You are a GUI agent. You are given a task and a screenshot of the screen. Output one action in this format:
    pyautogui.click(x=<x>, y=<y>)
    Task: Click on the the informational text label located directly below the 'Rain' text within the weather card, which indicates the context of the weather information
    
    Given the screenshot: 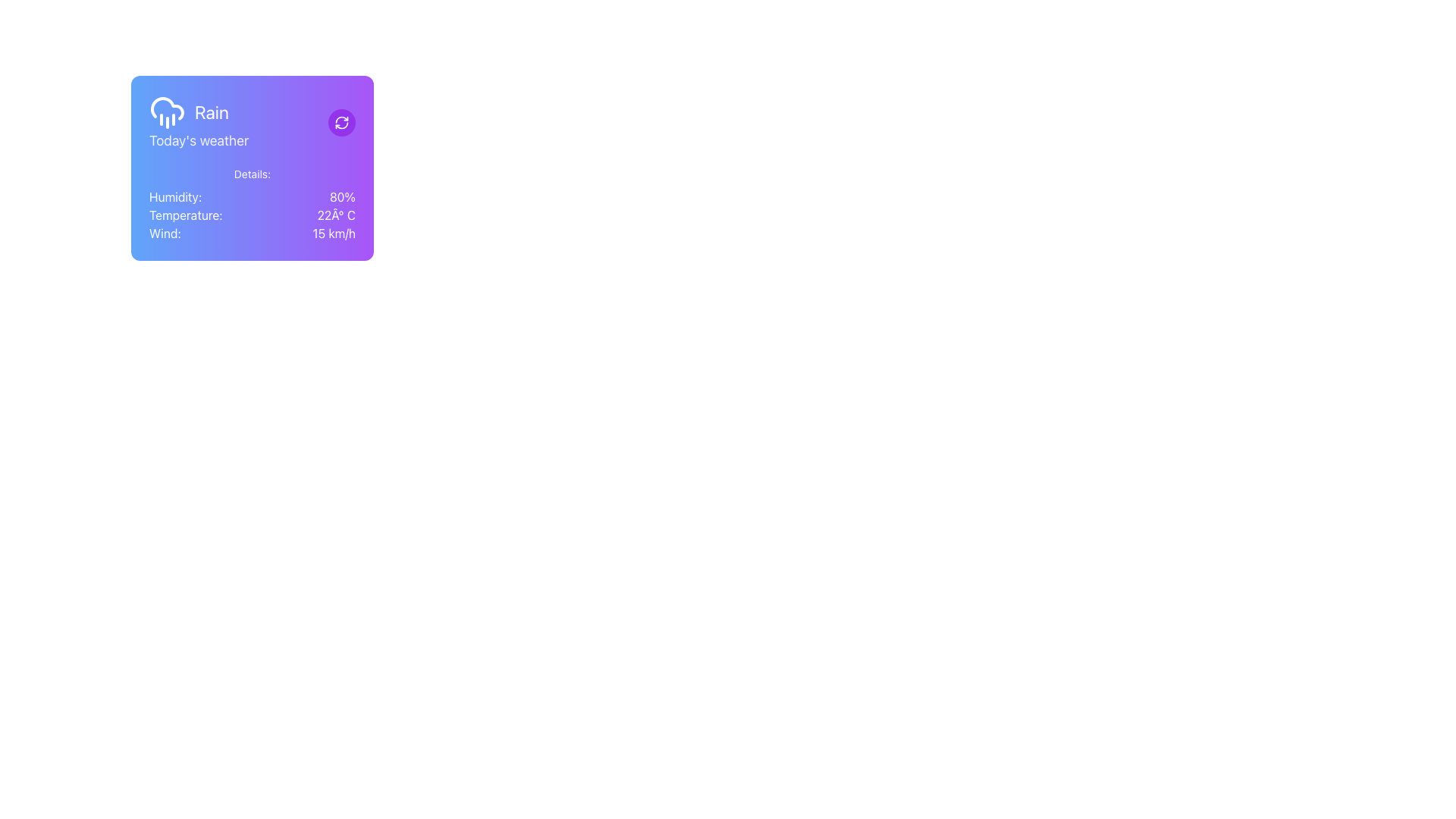 What is the action you would take?
    pyautogui.click(x=198, y=140)
    